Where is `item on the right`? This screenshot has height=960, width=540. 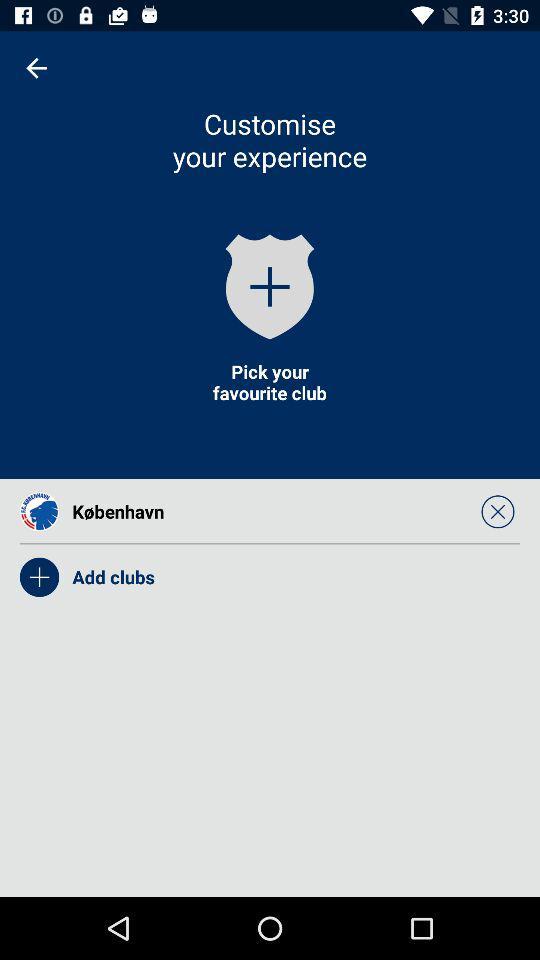
item on the right is located at coordinates (496, 510).